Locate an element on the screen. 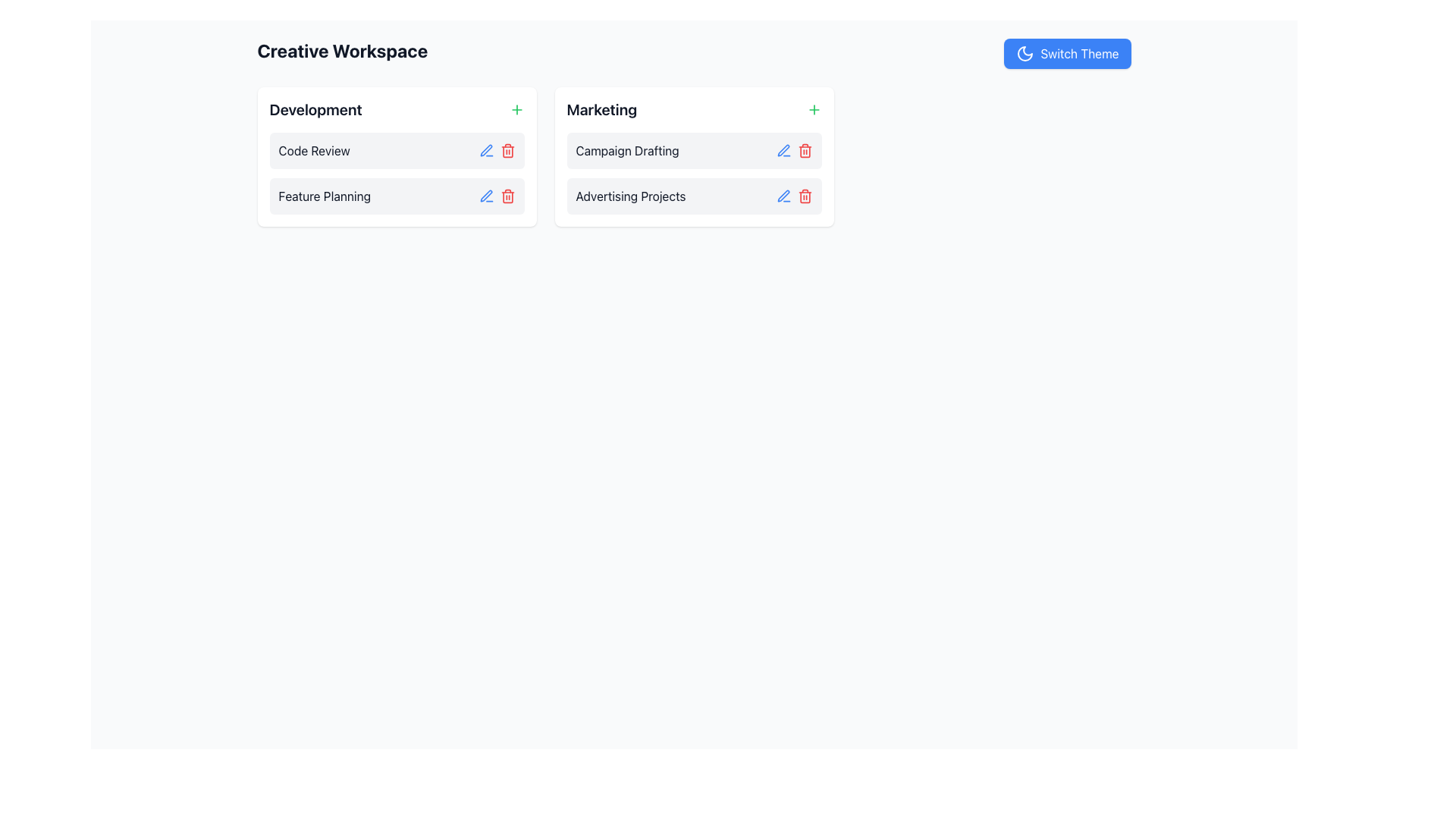  the 'Code Review' text label located in the 'Development' section of the interface, which is styled in a dark font and is the first item in the vertical list is located at coordinates (313, 151).